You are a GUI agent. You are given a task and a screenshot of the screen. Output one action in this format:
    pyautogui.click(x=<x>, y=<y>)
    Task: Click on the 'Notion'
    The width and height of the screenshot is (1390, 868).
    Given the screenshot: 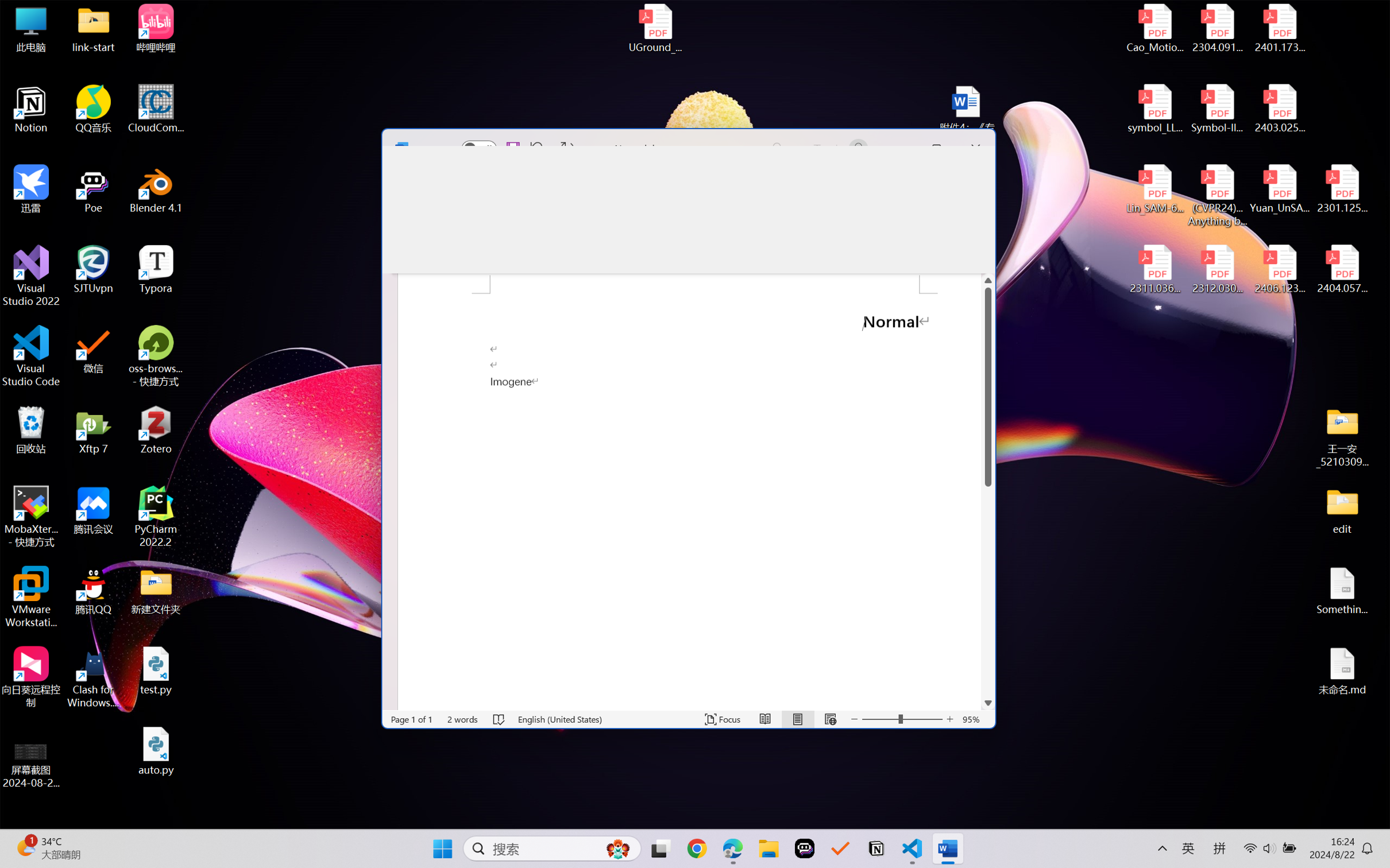 What is the action you would take?
    pyautogui.click(x=30, y=109)
    